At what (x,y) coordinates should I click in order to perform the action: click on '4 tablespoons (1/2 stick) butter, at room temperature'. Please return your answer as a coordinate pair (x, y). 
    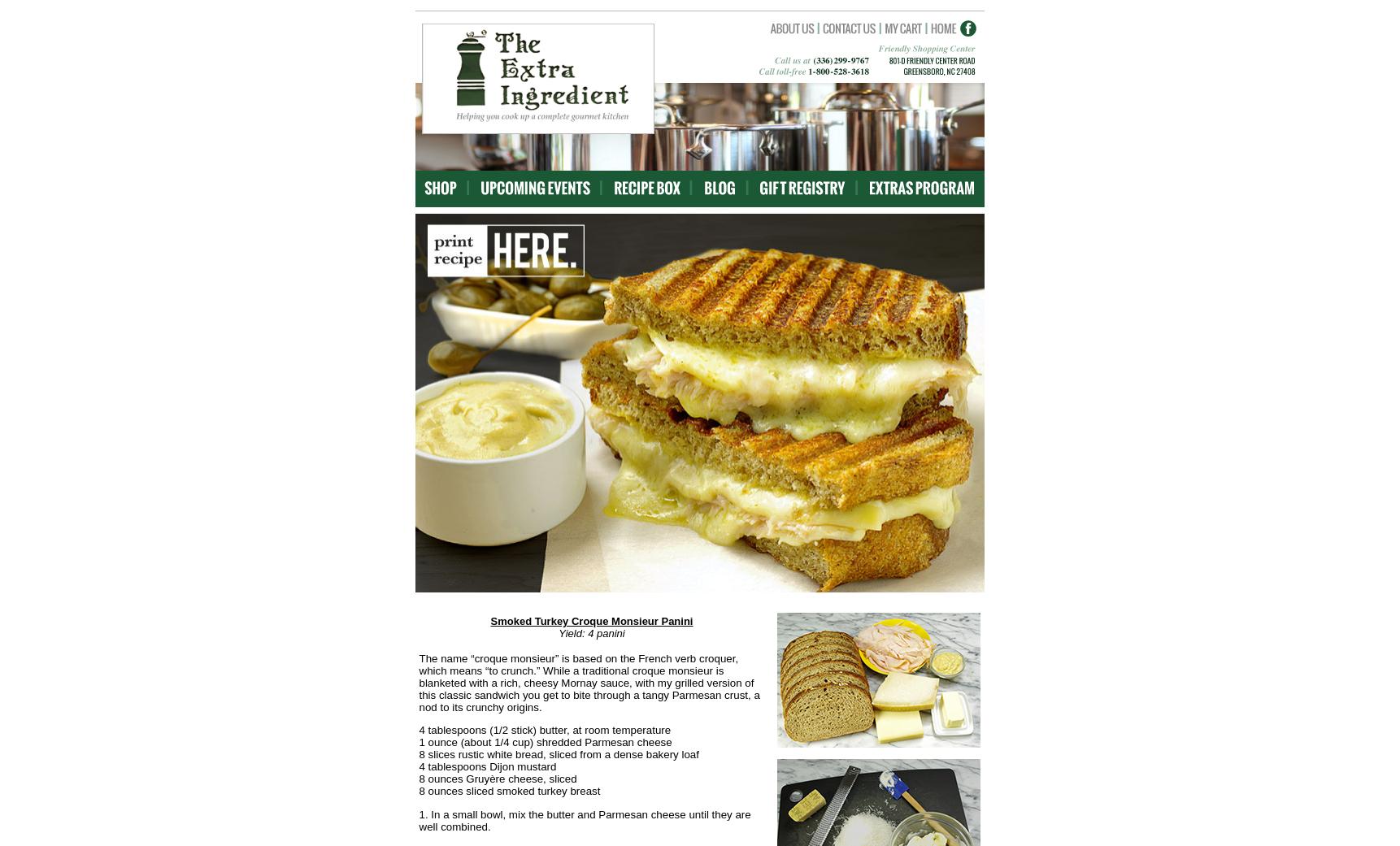
    Looking at the image, I should click on (545, 729).